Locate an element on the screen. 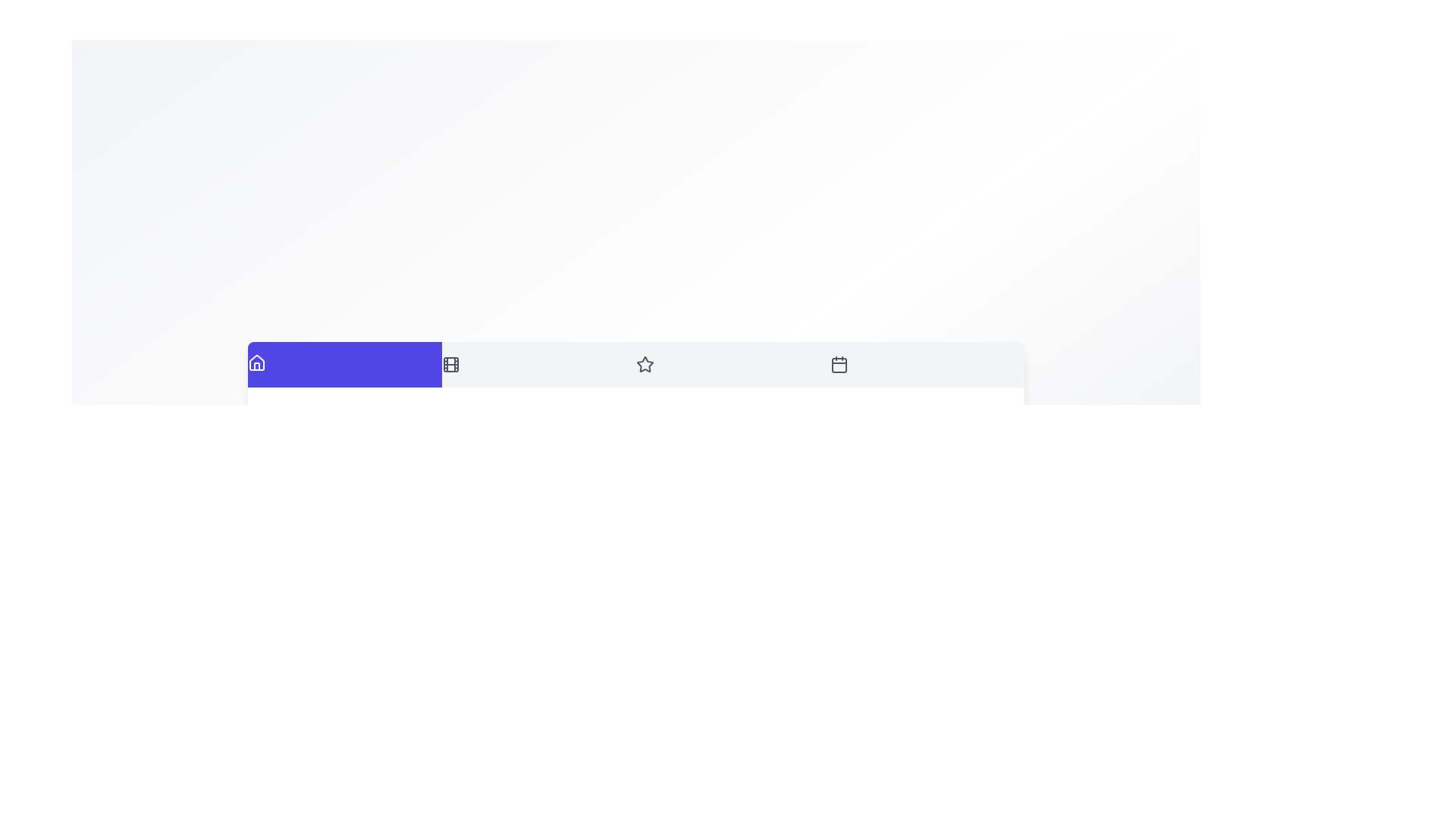 This screenshot has width=1456, height=819. the calendar icon, which is the fourth item in the bottom navigation bar is located at coordinates (839, 364).